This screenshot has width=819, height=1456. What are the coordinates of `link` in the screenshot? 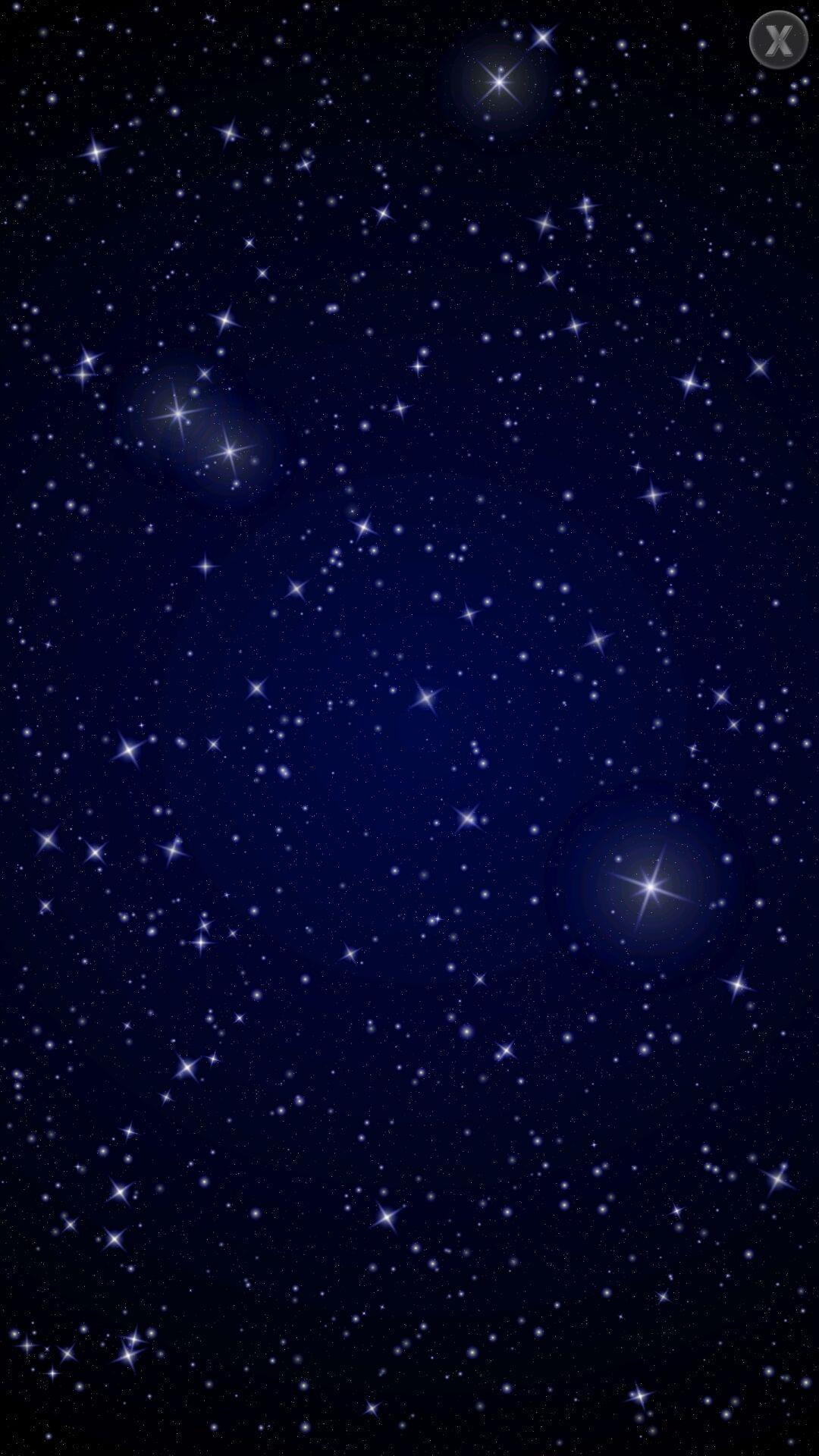 It's located at (779, 39).